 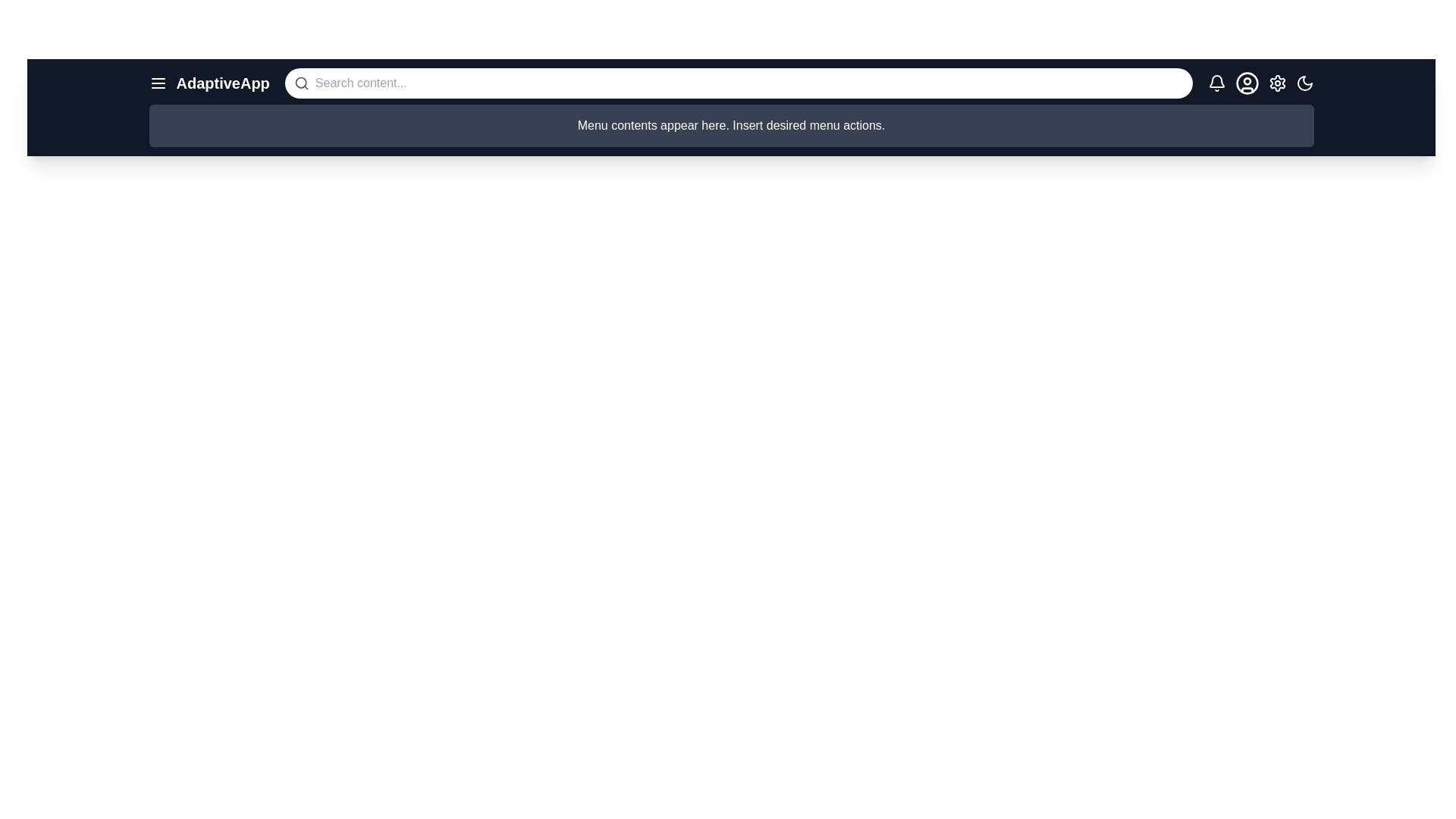 I want to click on the text in the menu content area to select it, so click(x=731, y=124).